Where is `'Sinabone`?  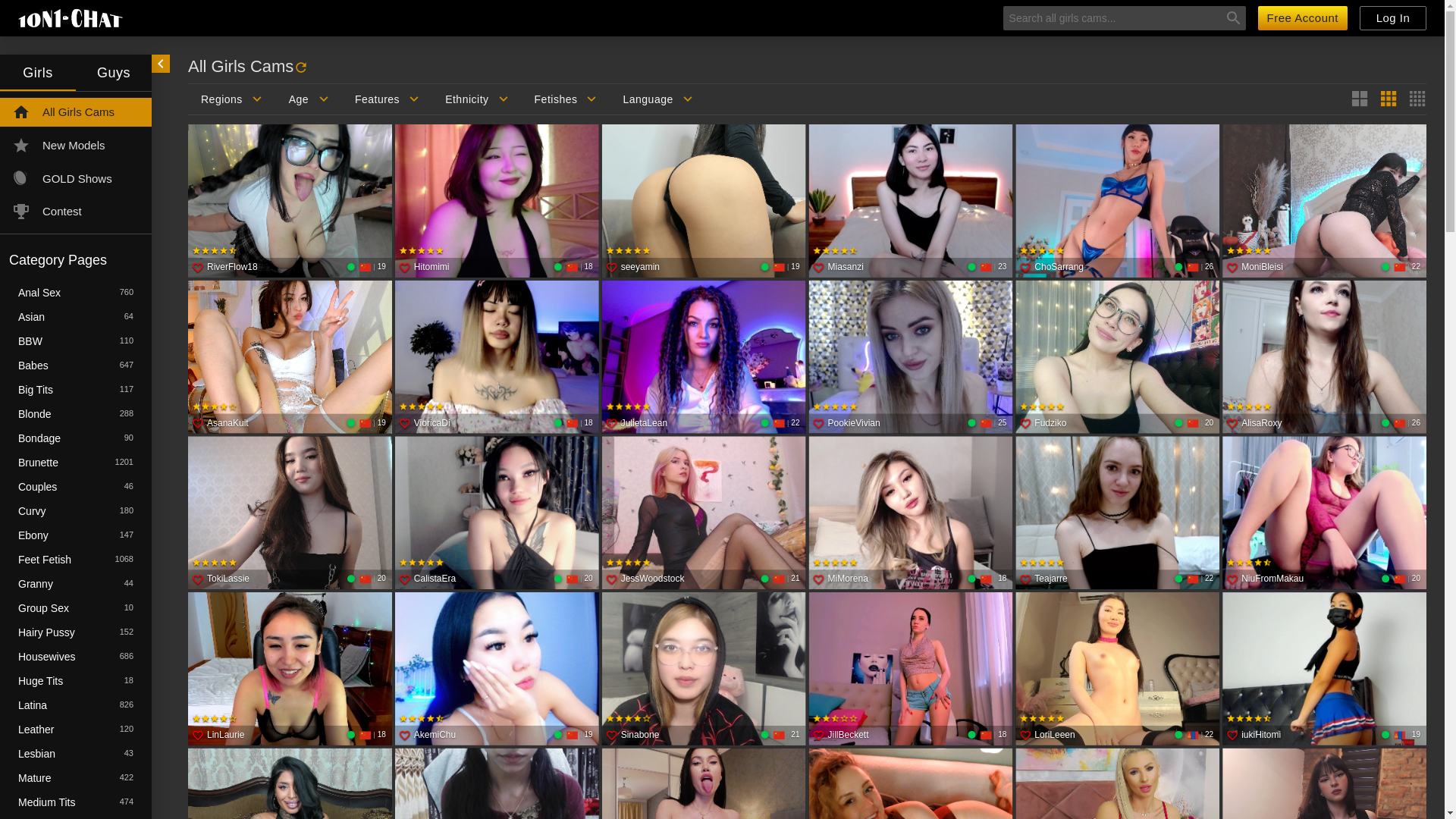
'Sinabone is located at coordinates (703, 669).